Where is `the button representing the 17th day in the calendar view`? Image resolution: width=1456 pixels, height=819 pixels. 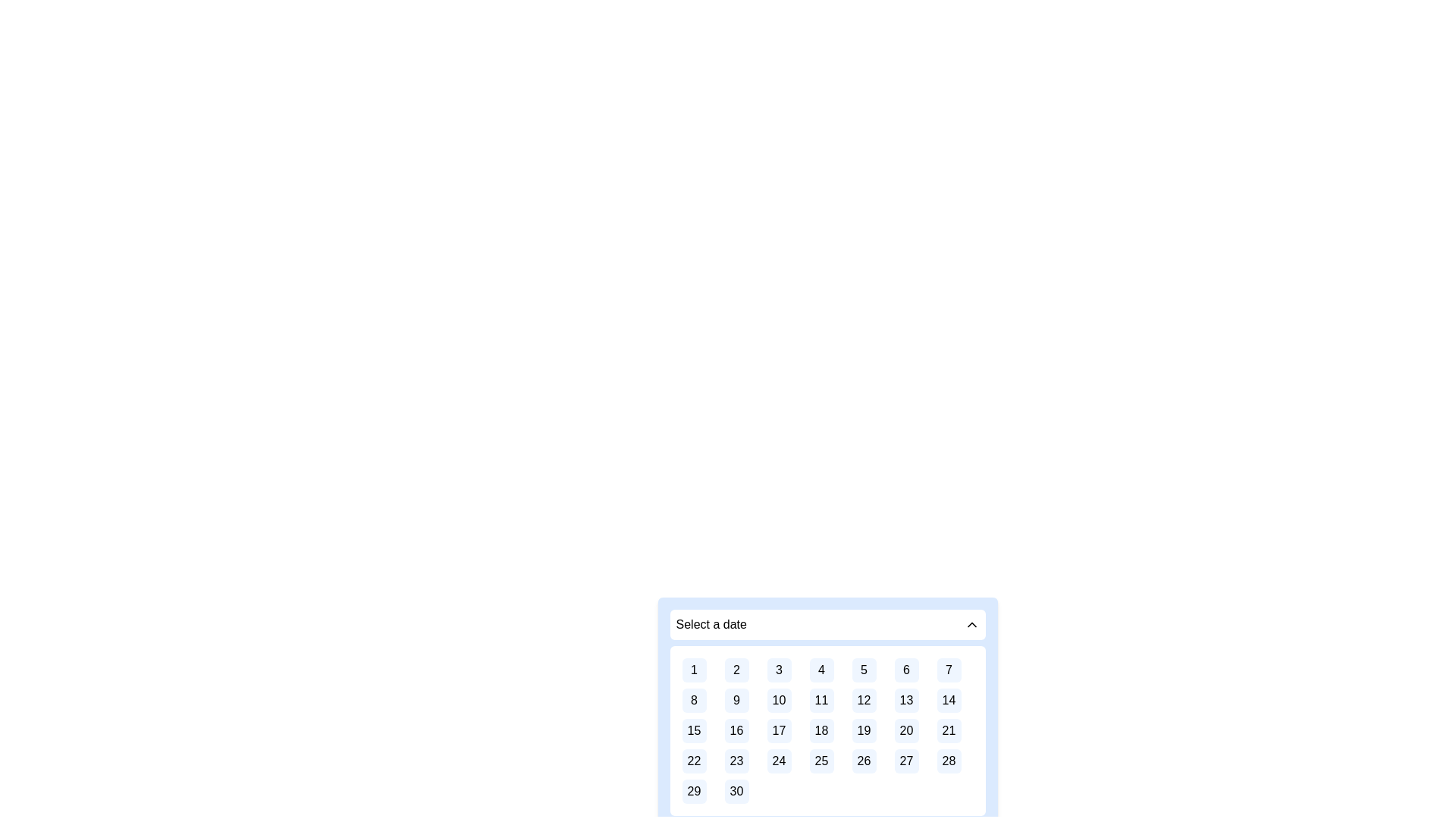
the button representing the 17th day in the calendar view is located at coordinates (779, 730).